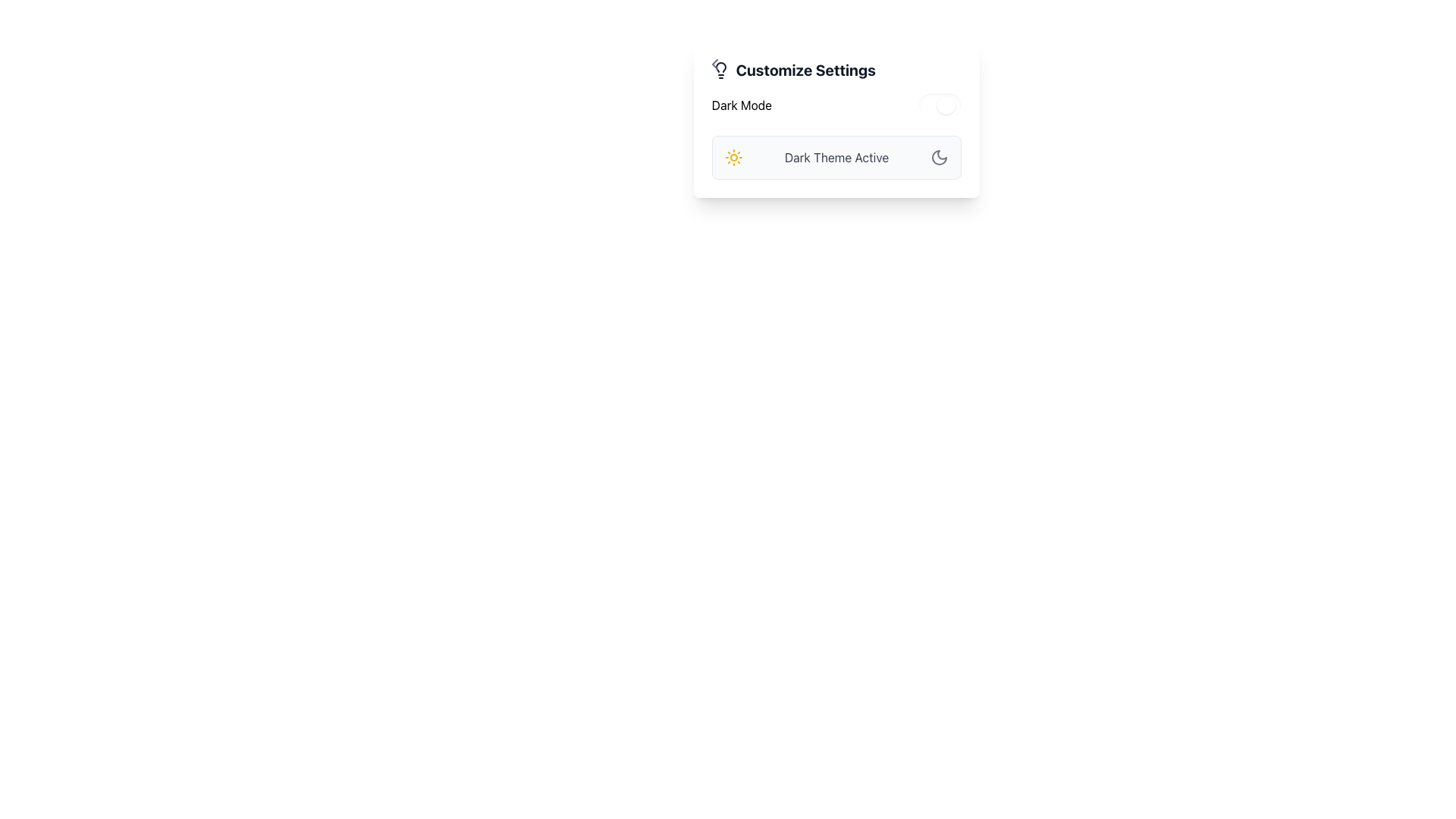 The width and height of the screenshot is (1456, 819). Describe the element at coordinates (714, 63) in the screenshot. I see `the top-left icon-based button` at that location.